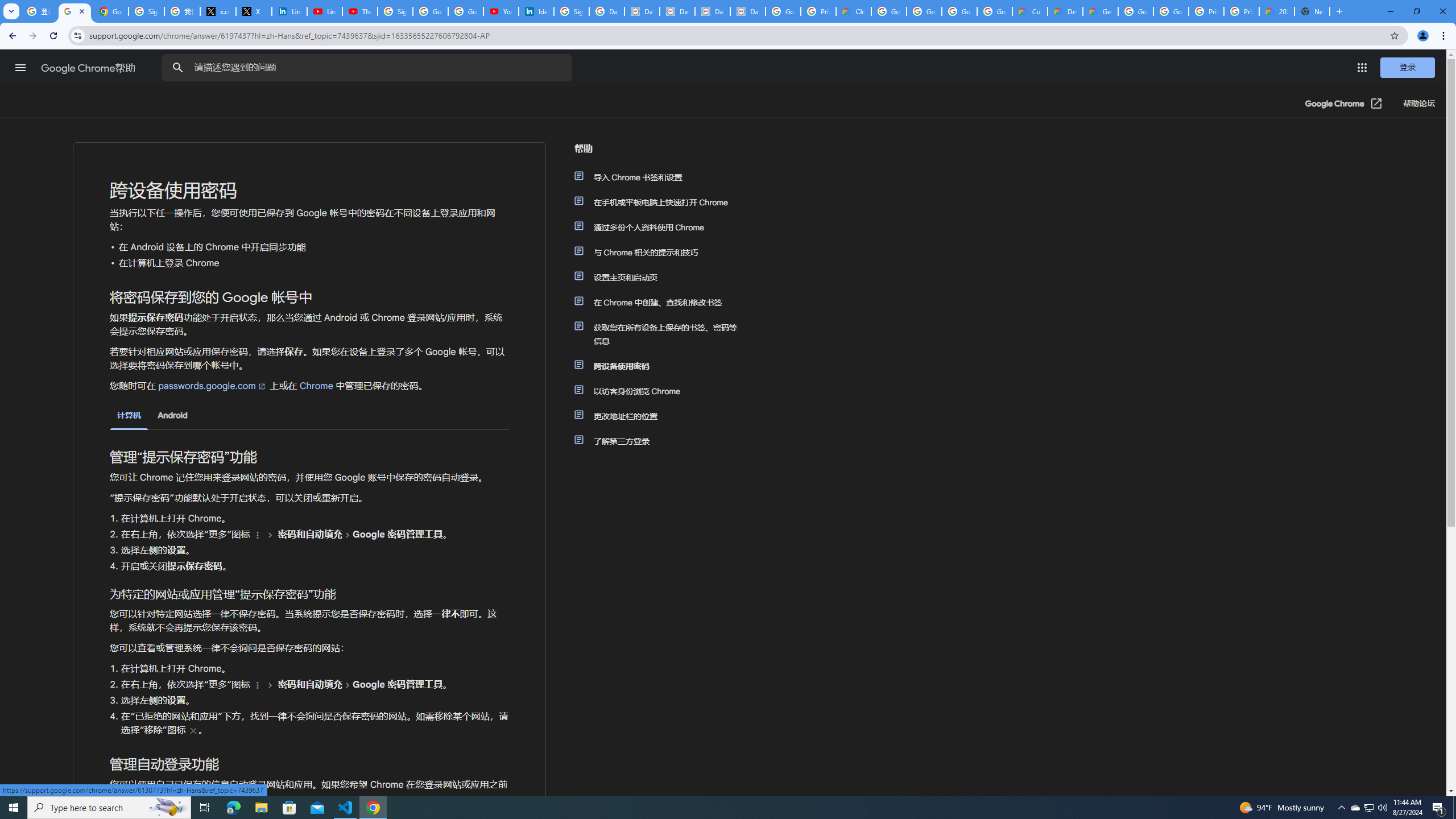  Describe the element at coordinates (324, 11) in the screenshot. I see `'LinkedIn - YouTube'` at that location.